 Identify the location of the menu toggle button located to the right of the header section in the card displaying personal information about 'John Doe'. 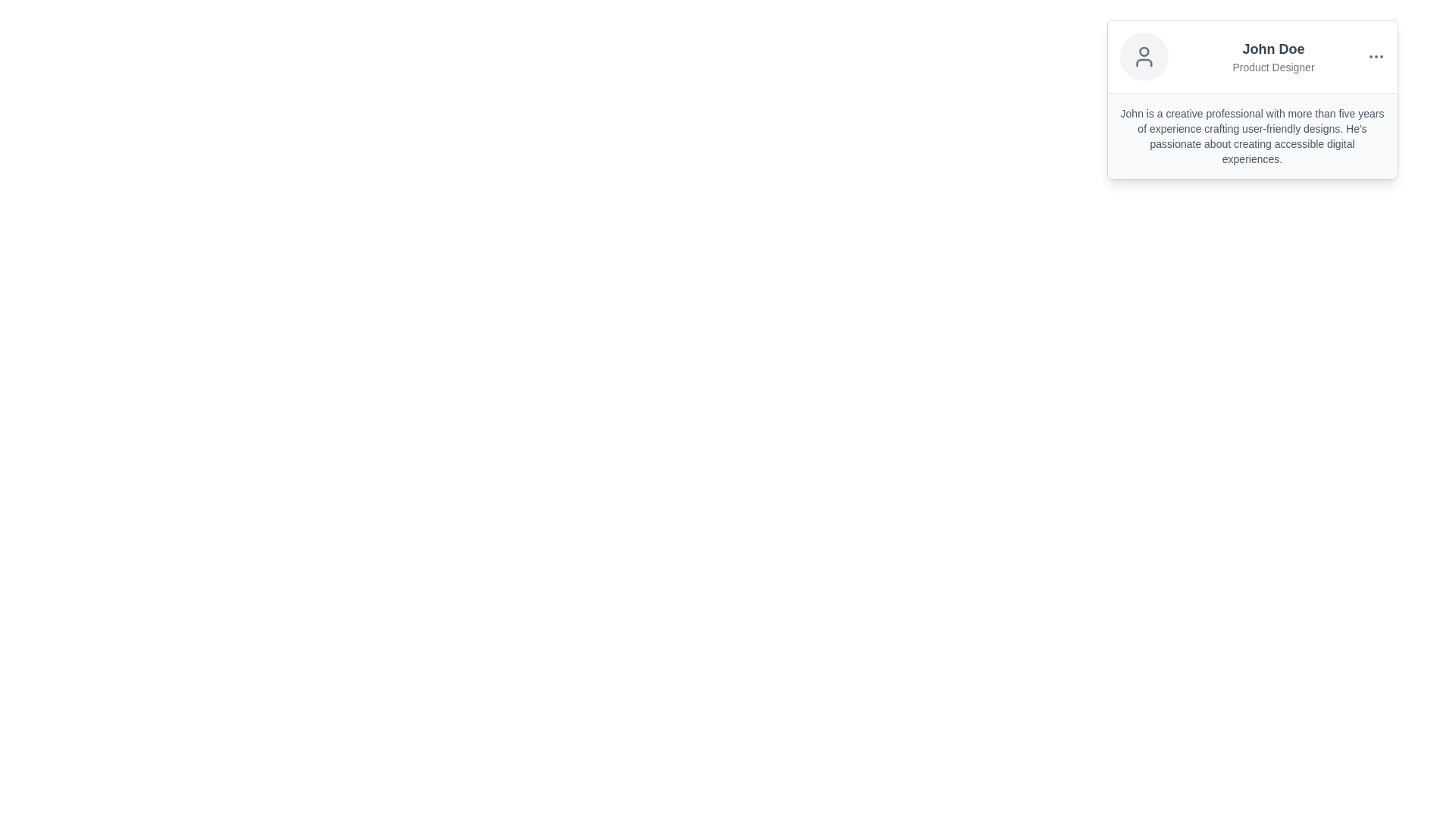
(1376, 55).